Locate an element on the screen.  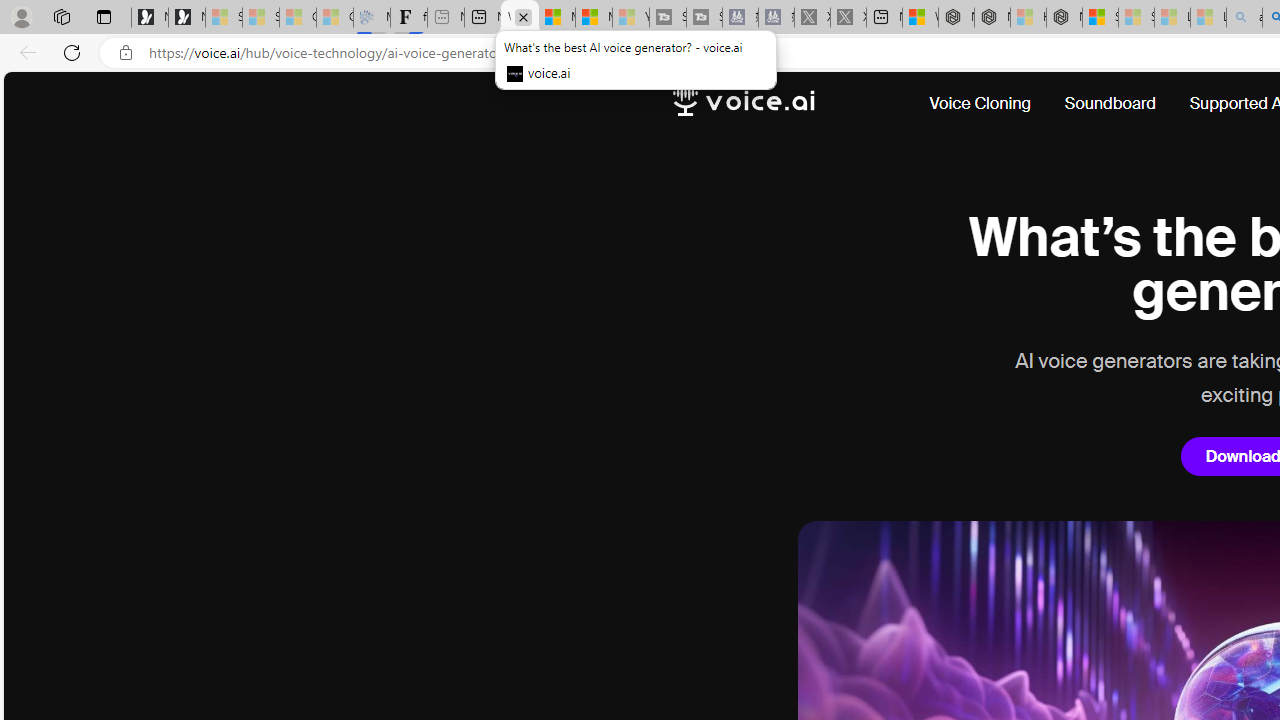
'Nordace - Nordace Siena Is Not An Ordinary Backpack' is located at coordinates (1063, 17).